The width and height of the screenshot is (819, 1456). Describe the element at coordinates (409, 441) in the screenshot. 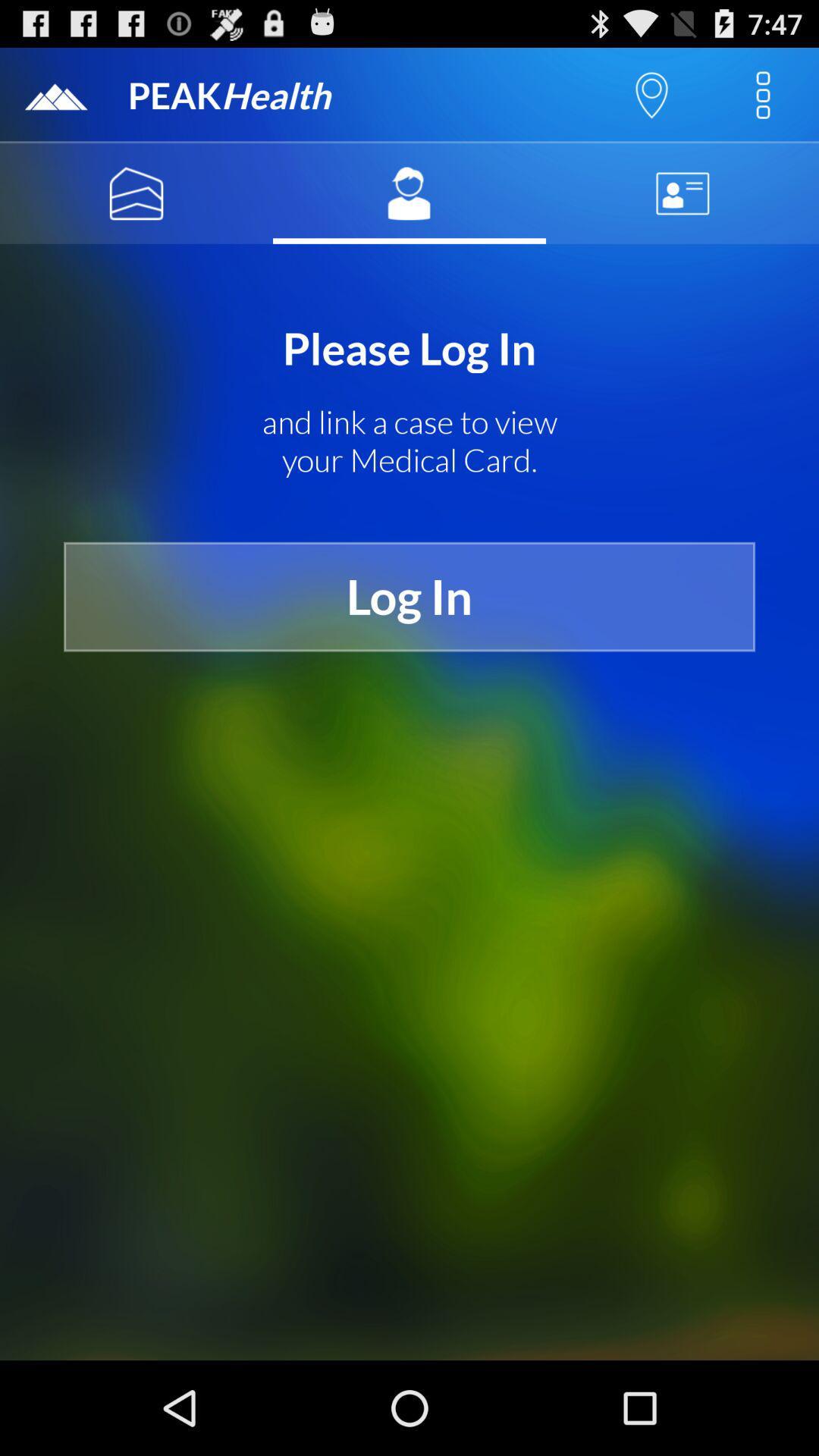

I see `the item below please log in icon` at that location.